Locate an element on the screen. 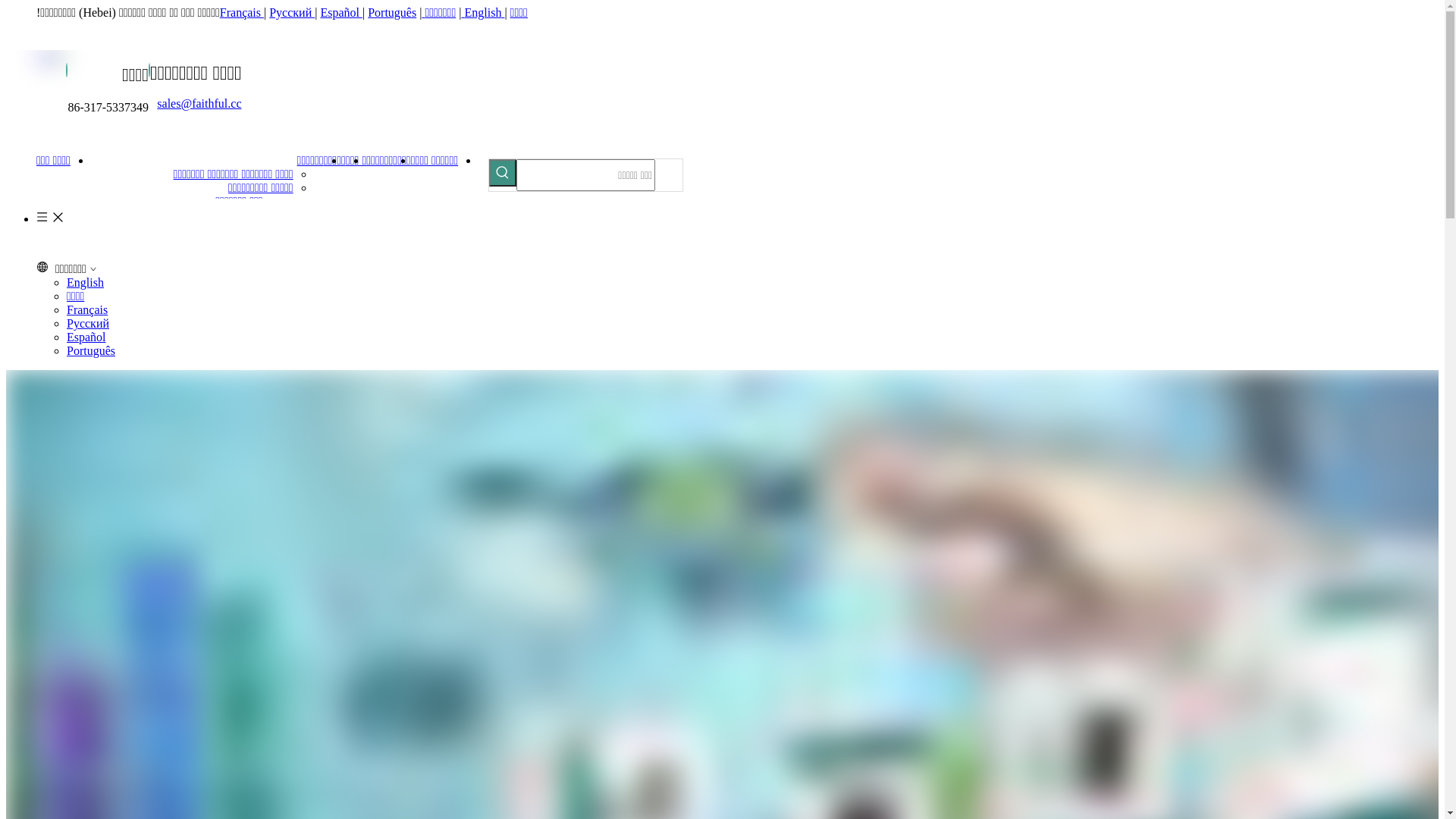 This screenshot has height=819, width=1456. 'English' is located at coordinates (483, 12).